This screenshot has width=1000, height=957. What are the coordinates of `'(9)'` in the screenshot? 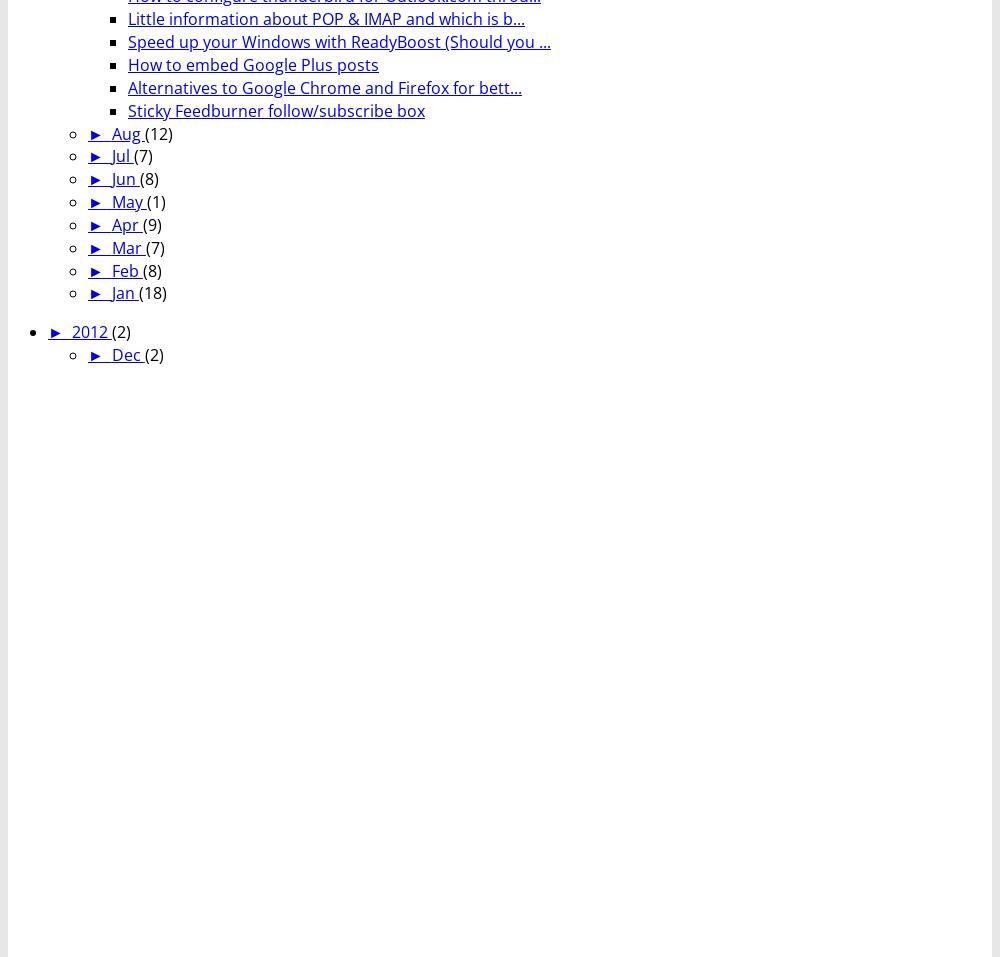 It's located at (151, 223).